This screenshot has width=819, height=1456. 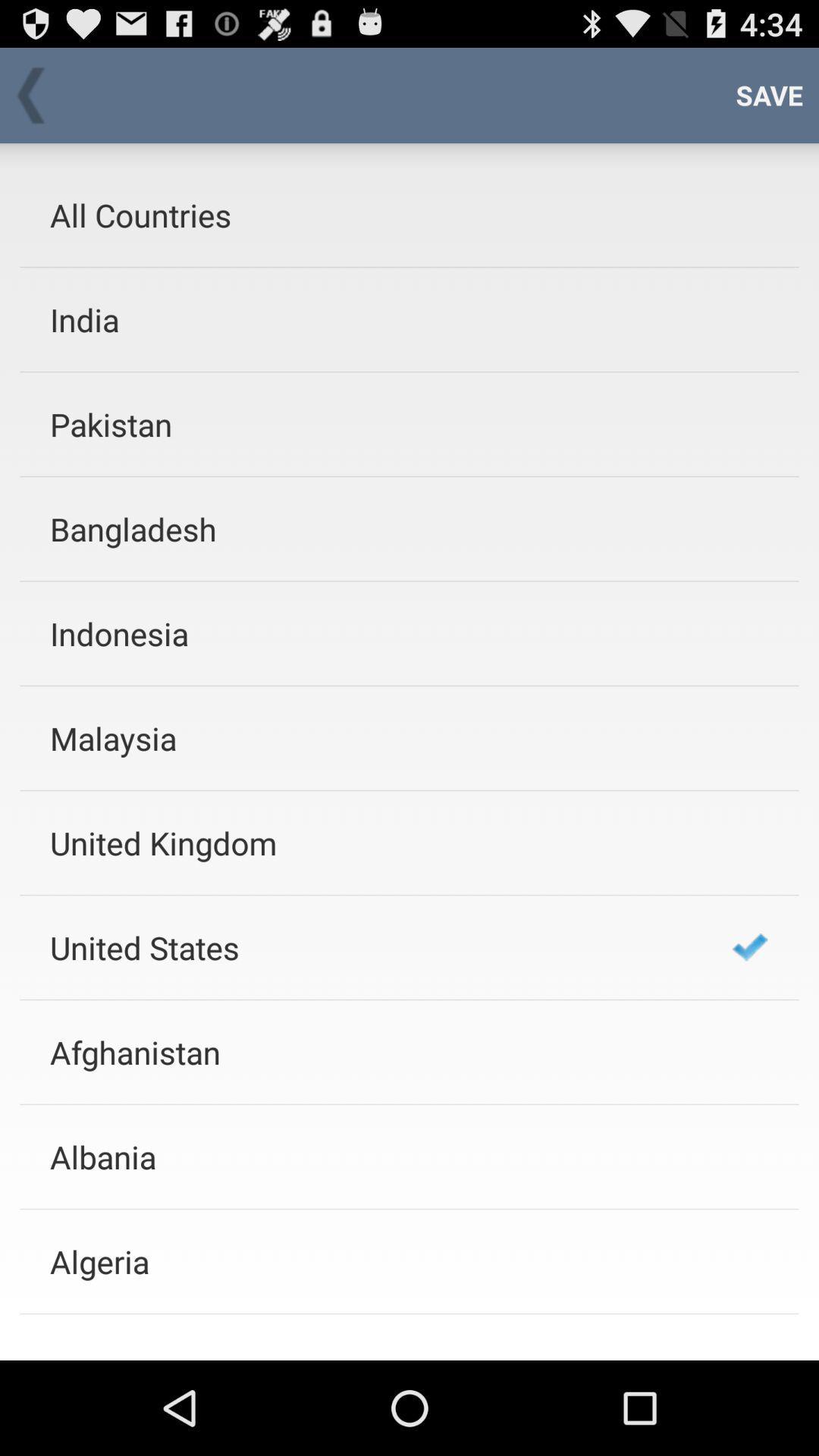 What do you see at coordinates (371, 633) in the screenshot?
I see `the icon above the malaysia` at bounding box center [371, 633].